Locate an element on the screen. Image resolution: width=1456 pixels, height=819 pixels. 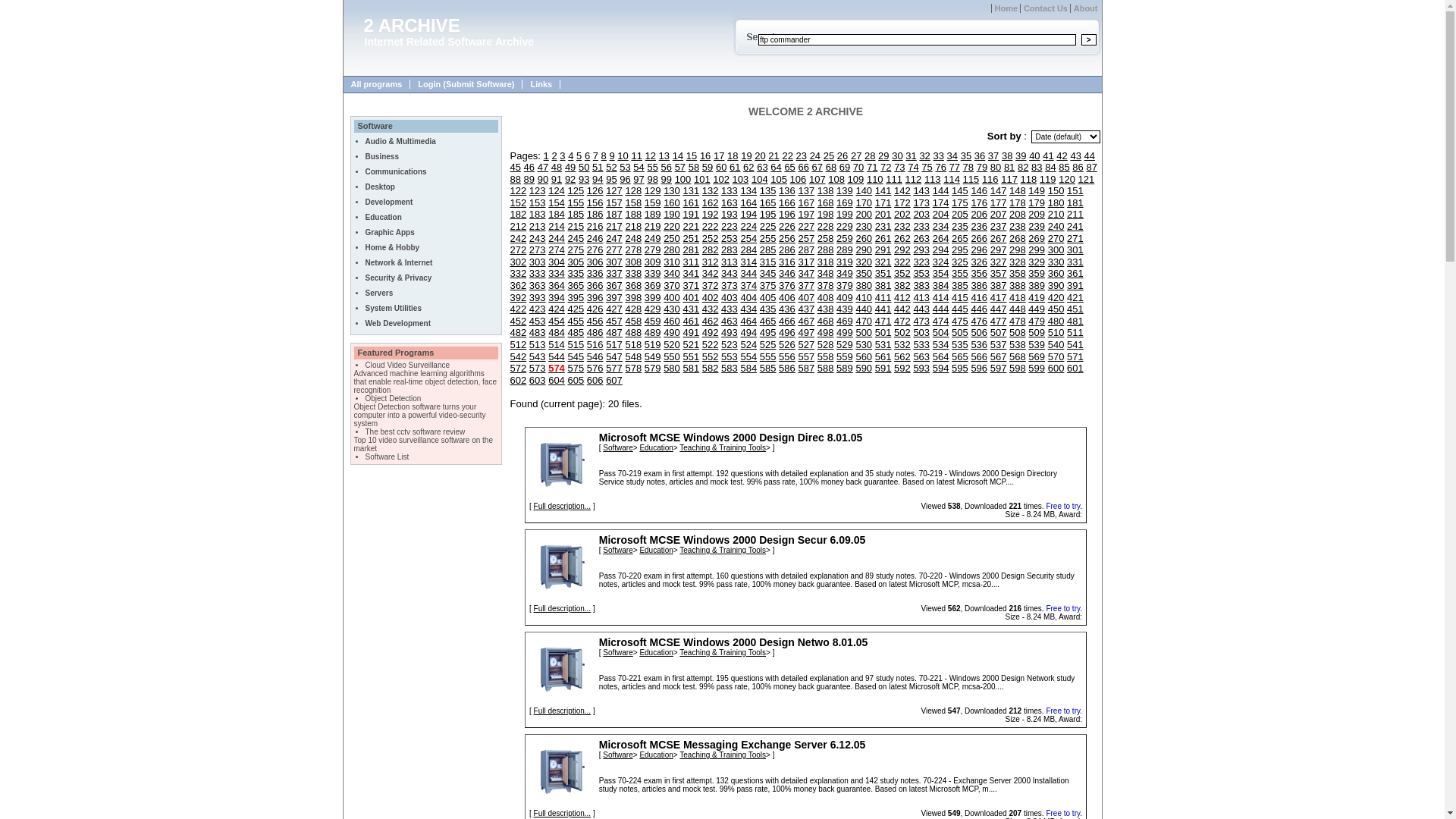
'446' is located at coordinates (979, 308).